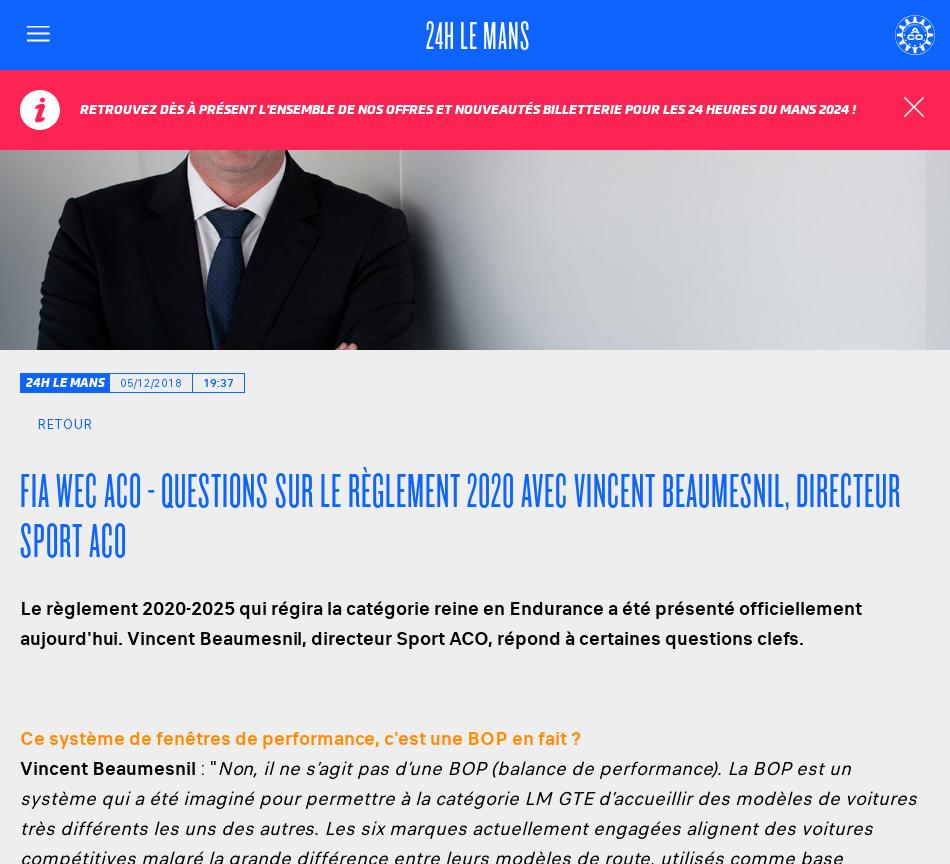  What do you see at coordinates (473, 401) in the screenshot?
I see `'Informations Pratiques'` at bounding box center [473, 401].